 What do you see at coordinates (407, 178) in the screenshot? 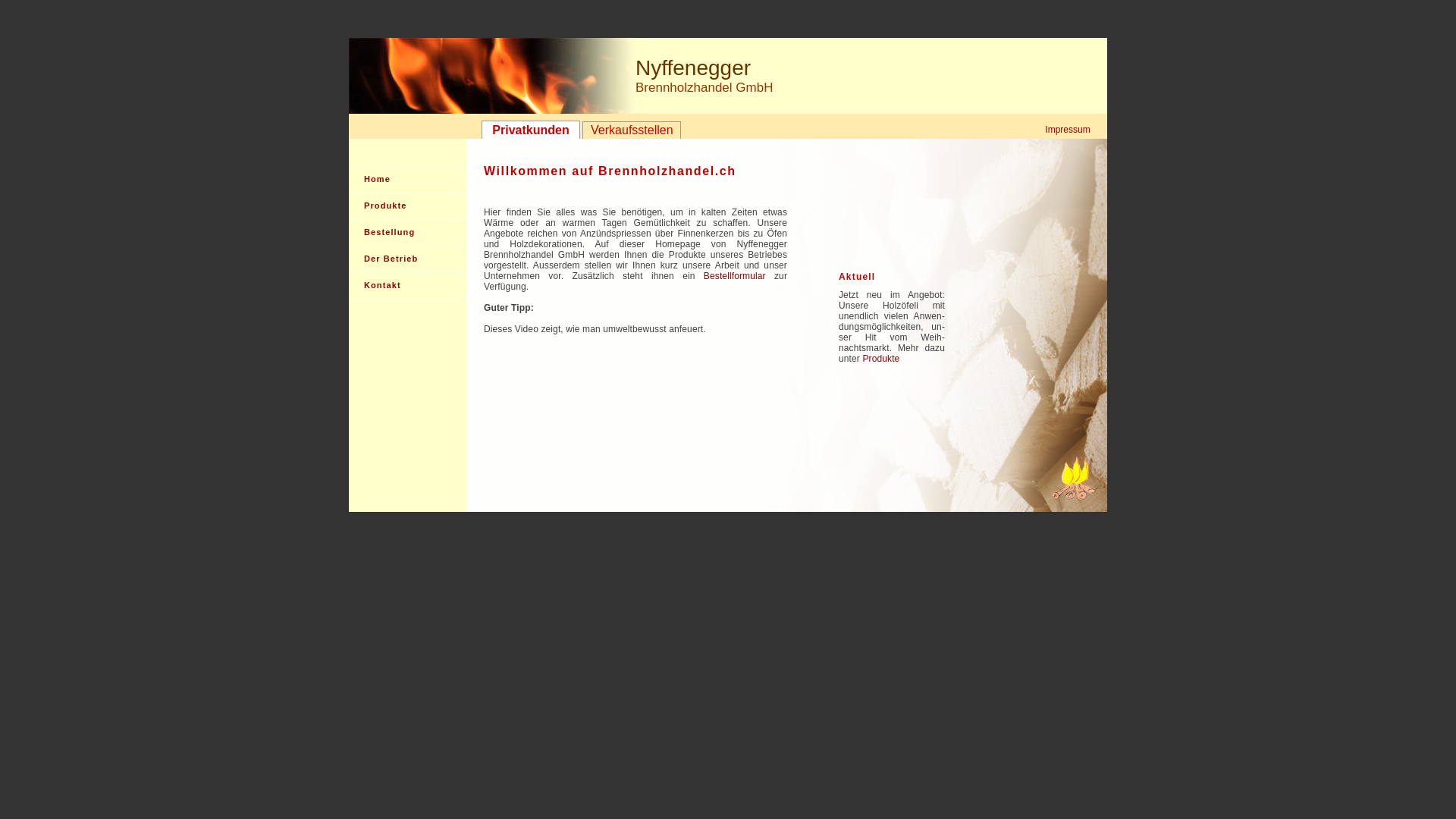
I see `'Home'` at bounding box center [407, 178].